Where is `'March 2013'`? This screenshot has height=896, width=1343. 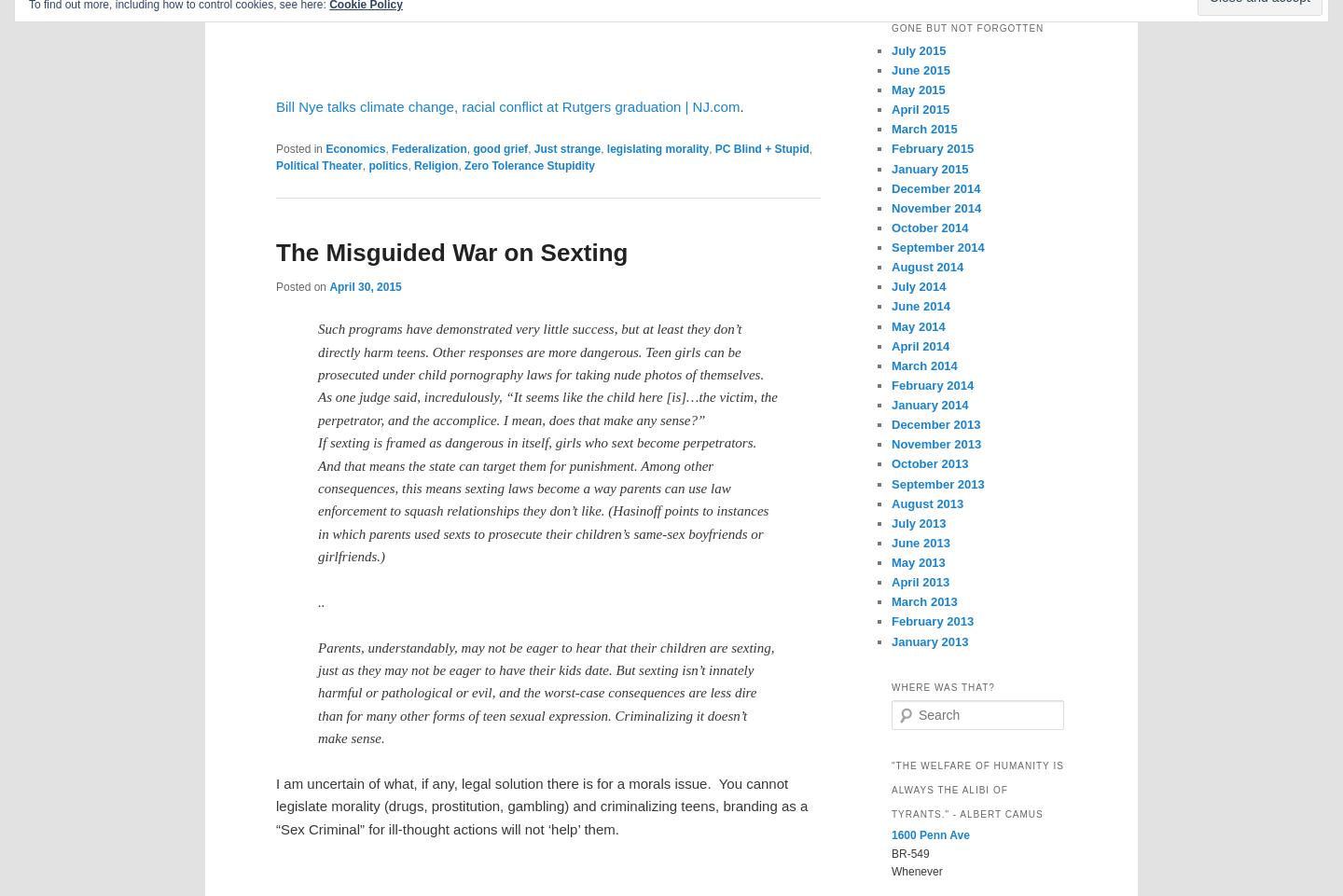
'March 2013' is located at coordinates (923, 600).